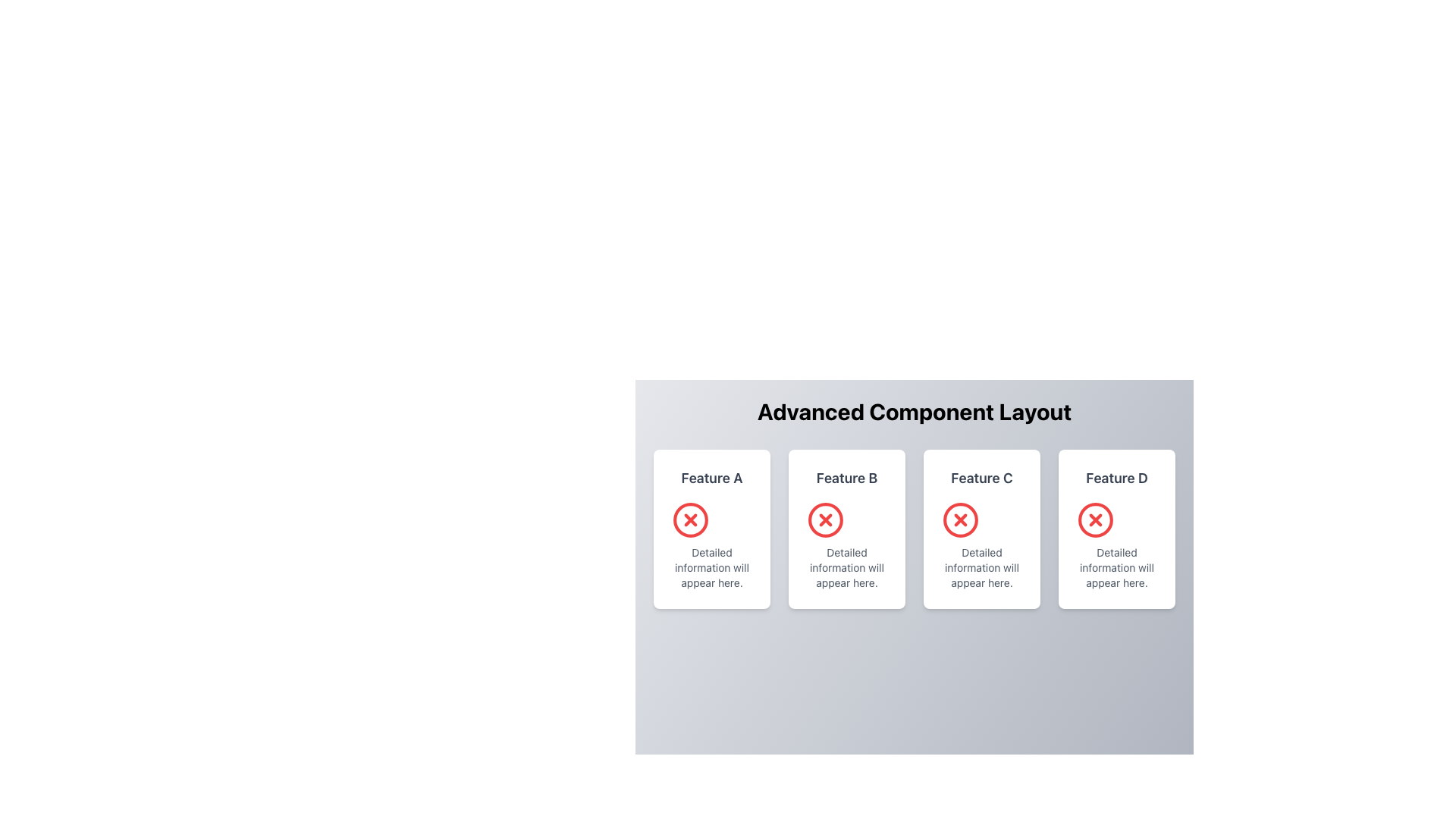 This screenshot has height=819, width=1456. I want to click on on the prominent text label 'Feature B' which is the title within the second card of the vertical layout under 'Advanced Component Layout', so click(846, 478).